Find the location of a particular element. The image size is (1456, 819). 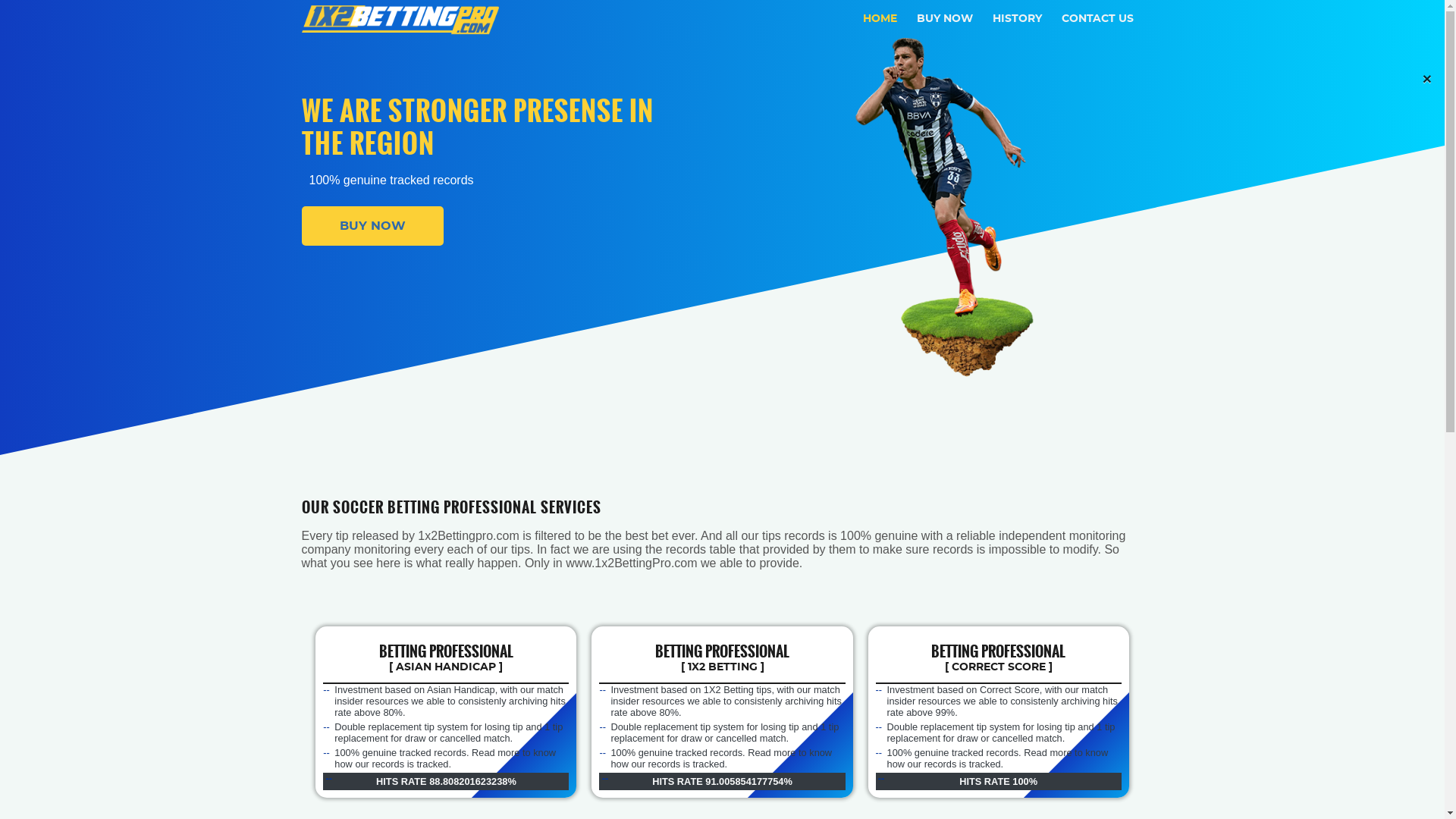

'CONTACT US' is located at coordinates (1055, 18).